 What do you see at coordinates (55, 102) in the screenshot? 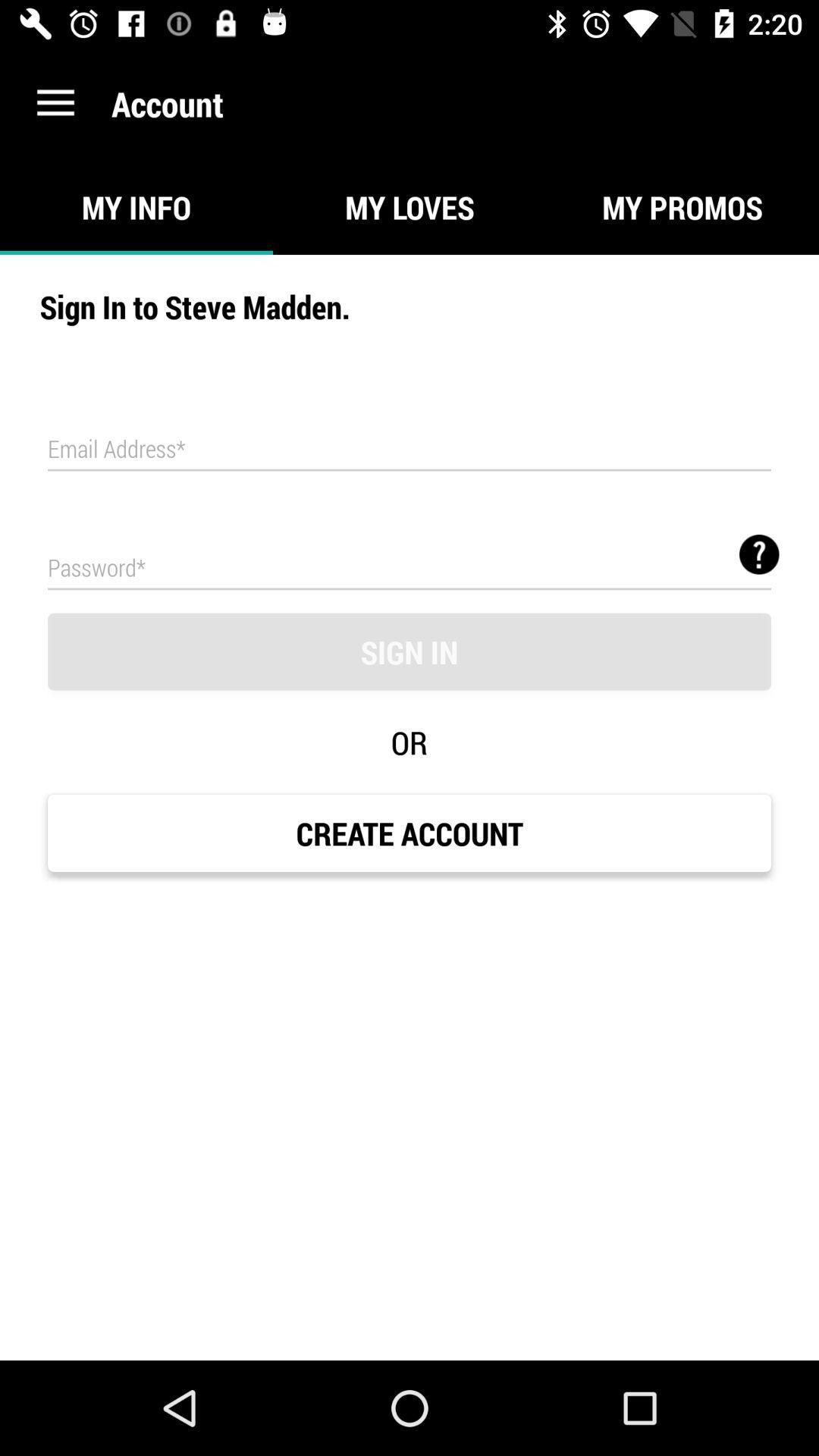
I see `item above my info` at bounding box center [55, 102].